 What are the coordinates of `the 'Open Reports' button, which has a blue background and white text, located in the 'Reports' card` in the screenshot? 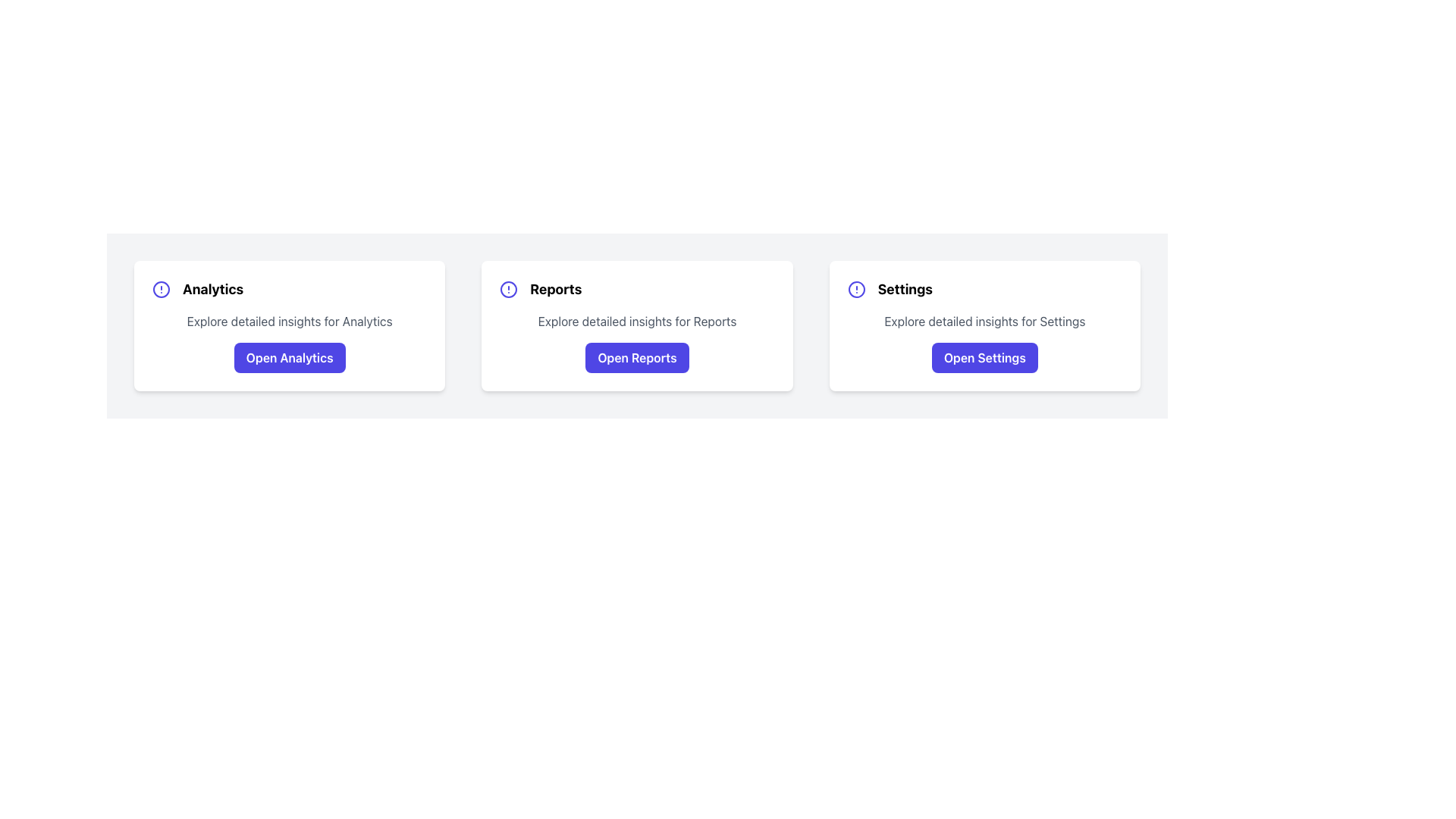 It's located at (637, 357).